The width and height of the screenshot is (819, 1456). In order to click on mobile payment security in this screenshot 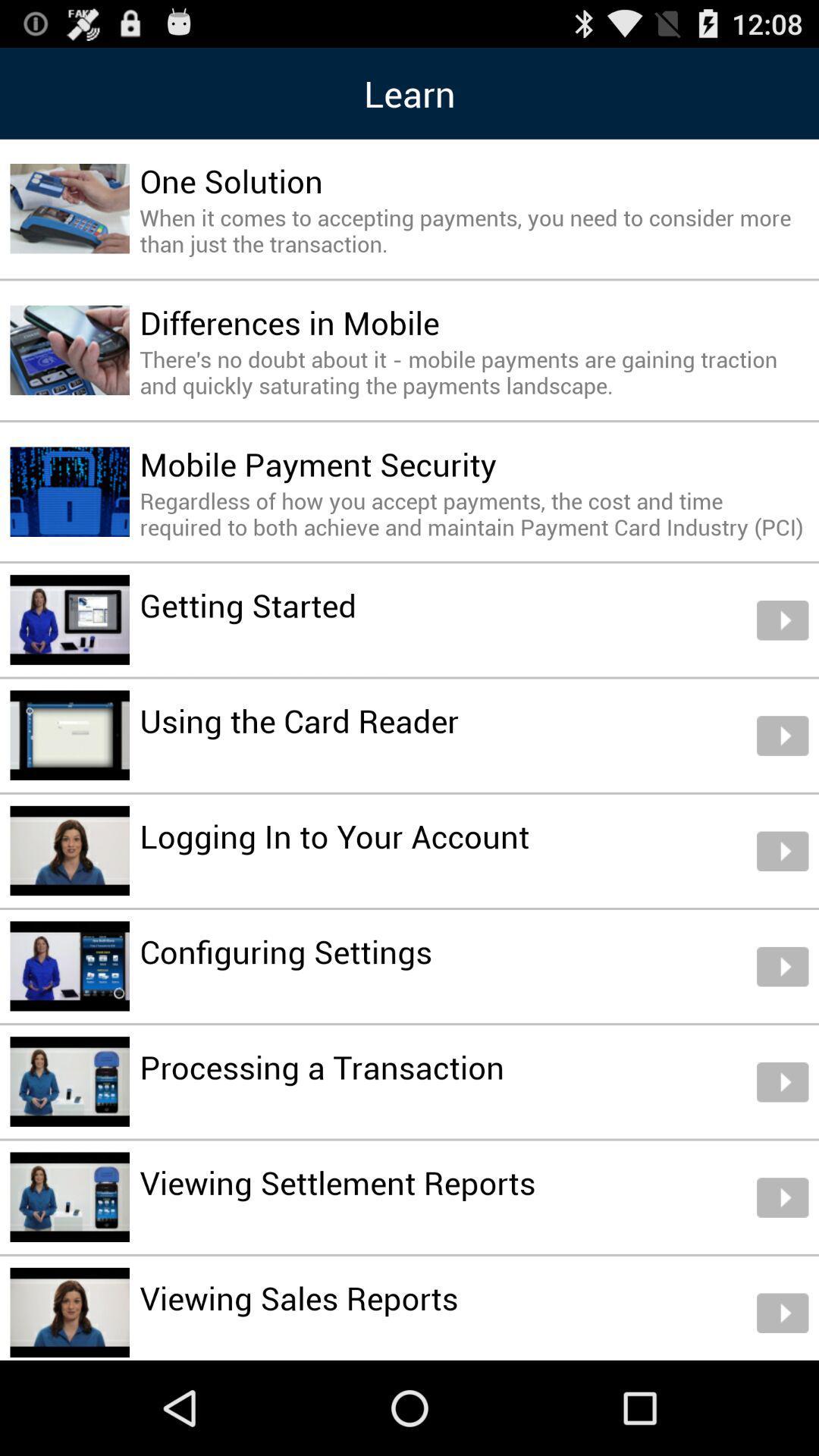, I will do `click(317, 463)`.